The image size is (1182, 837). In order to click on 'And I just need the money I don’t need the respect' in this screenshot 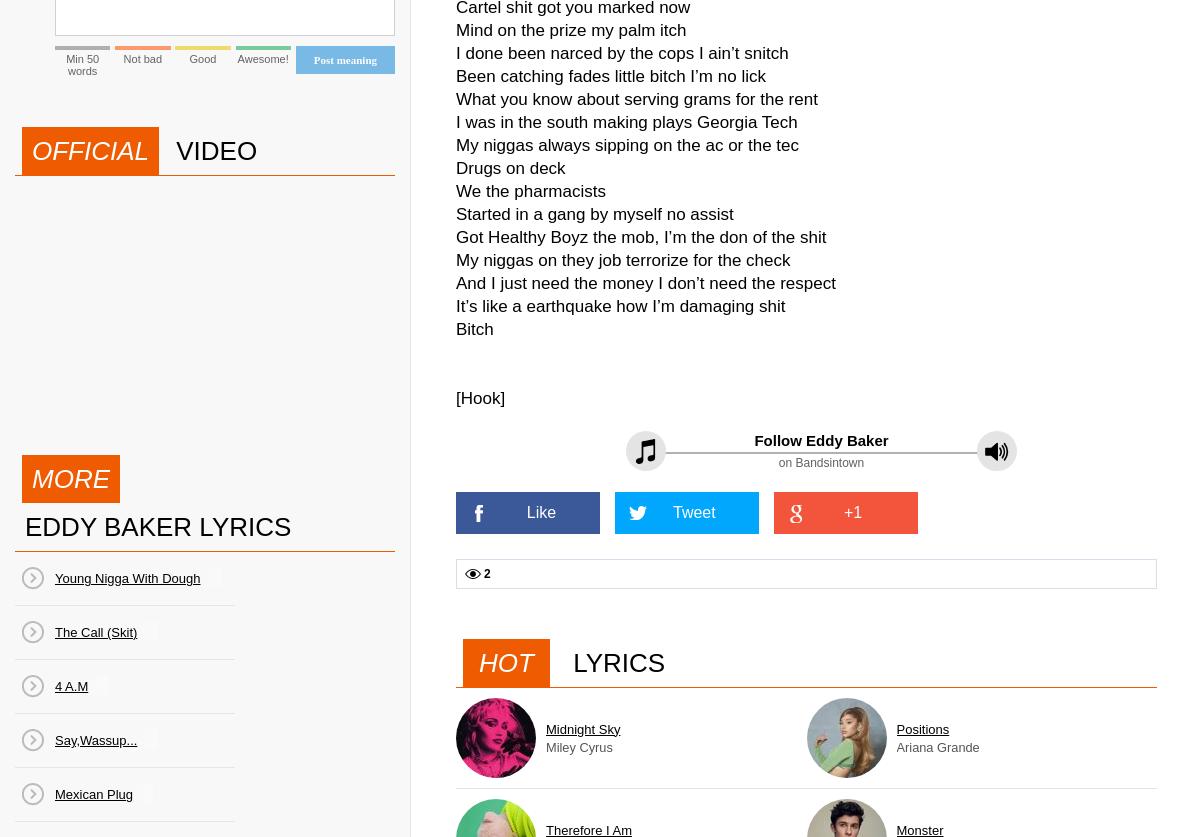, I will do `click(644, 283)`.